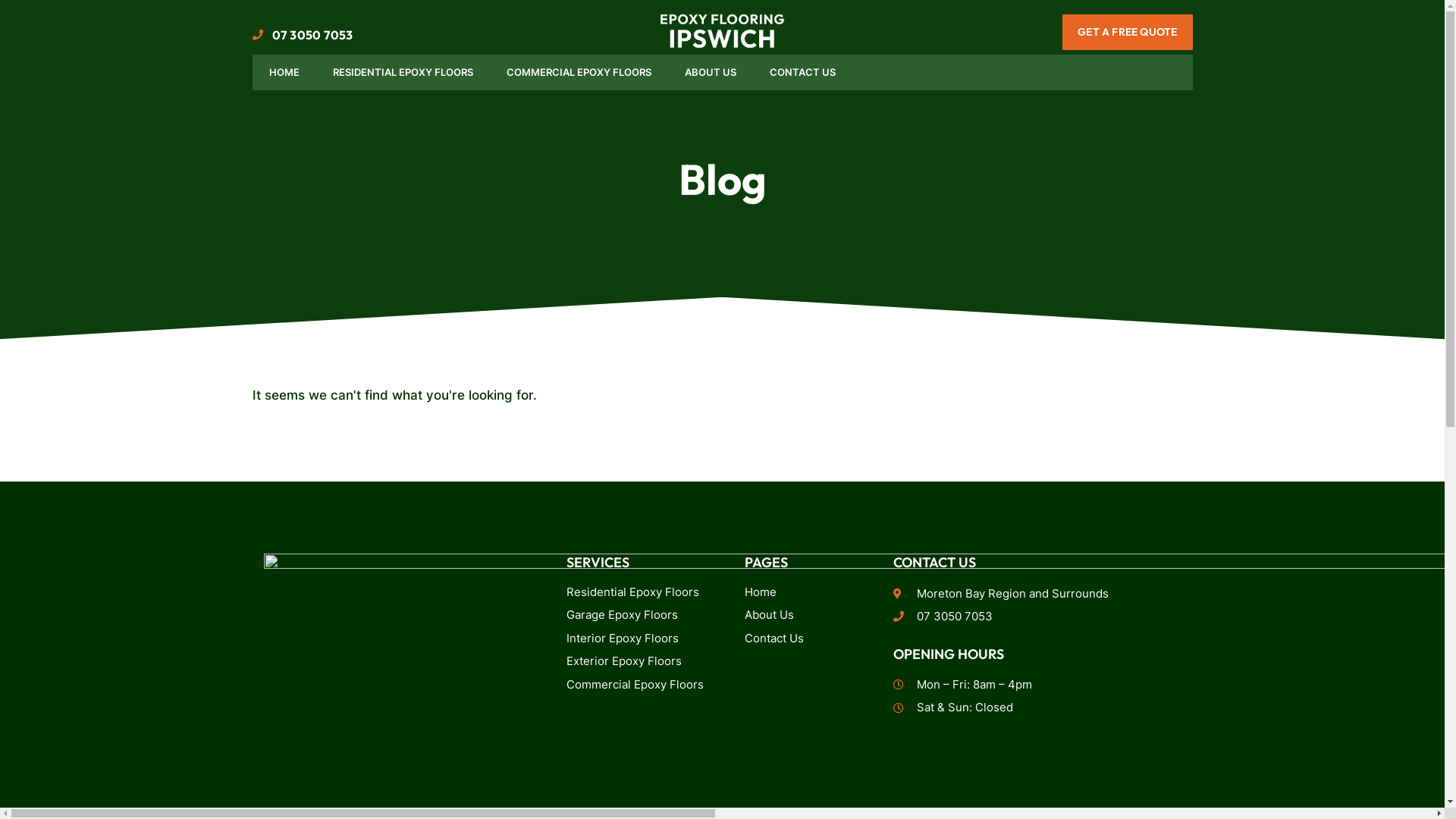 The width and height of the screenshot is (1456, 819). I want to click on 'About Us', so click(807, 615).